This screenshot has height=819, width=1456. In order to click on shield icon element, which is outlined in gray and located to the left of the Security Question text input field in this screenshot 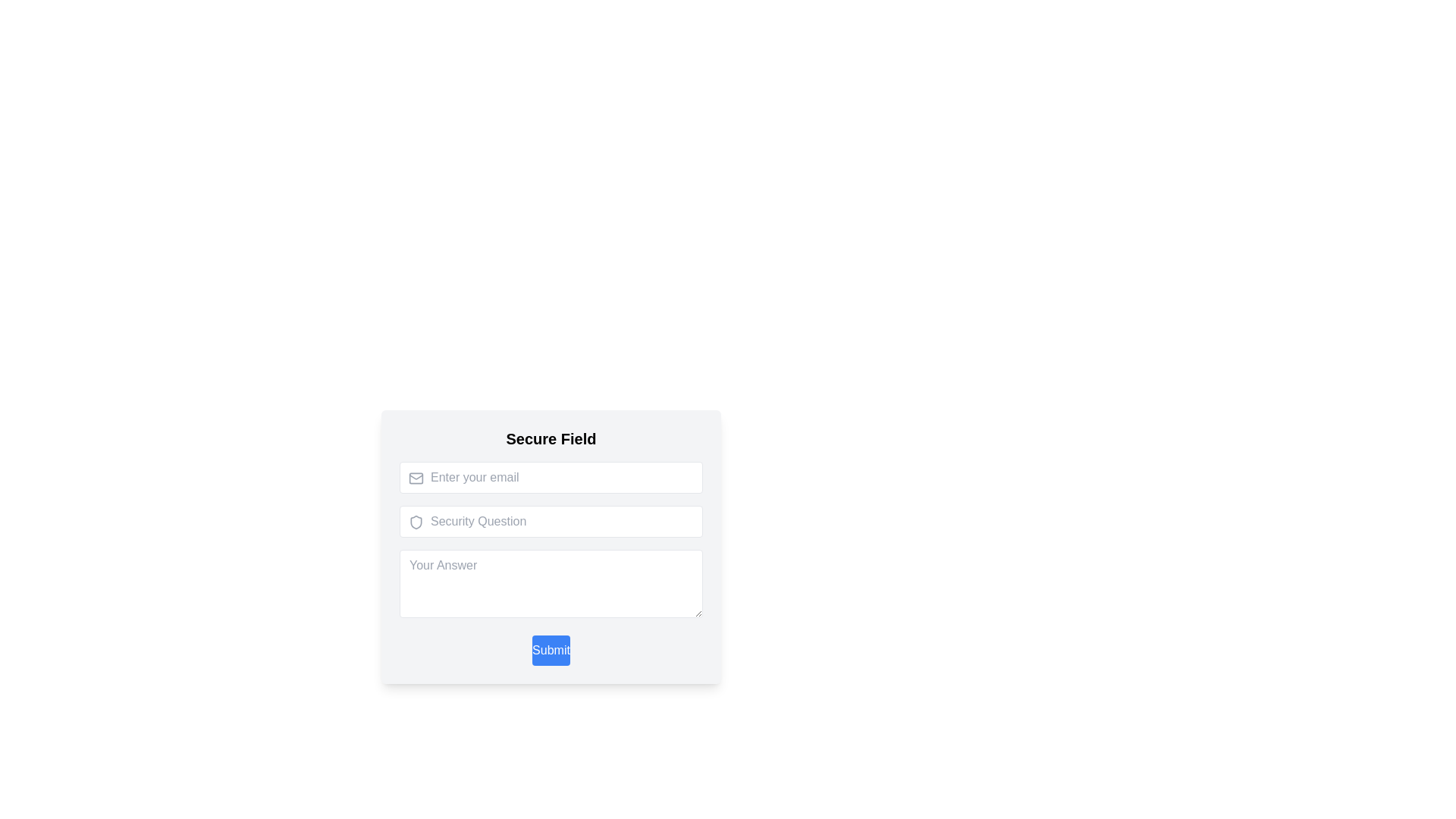, I will do `click(416, 522)`.